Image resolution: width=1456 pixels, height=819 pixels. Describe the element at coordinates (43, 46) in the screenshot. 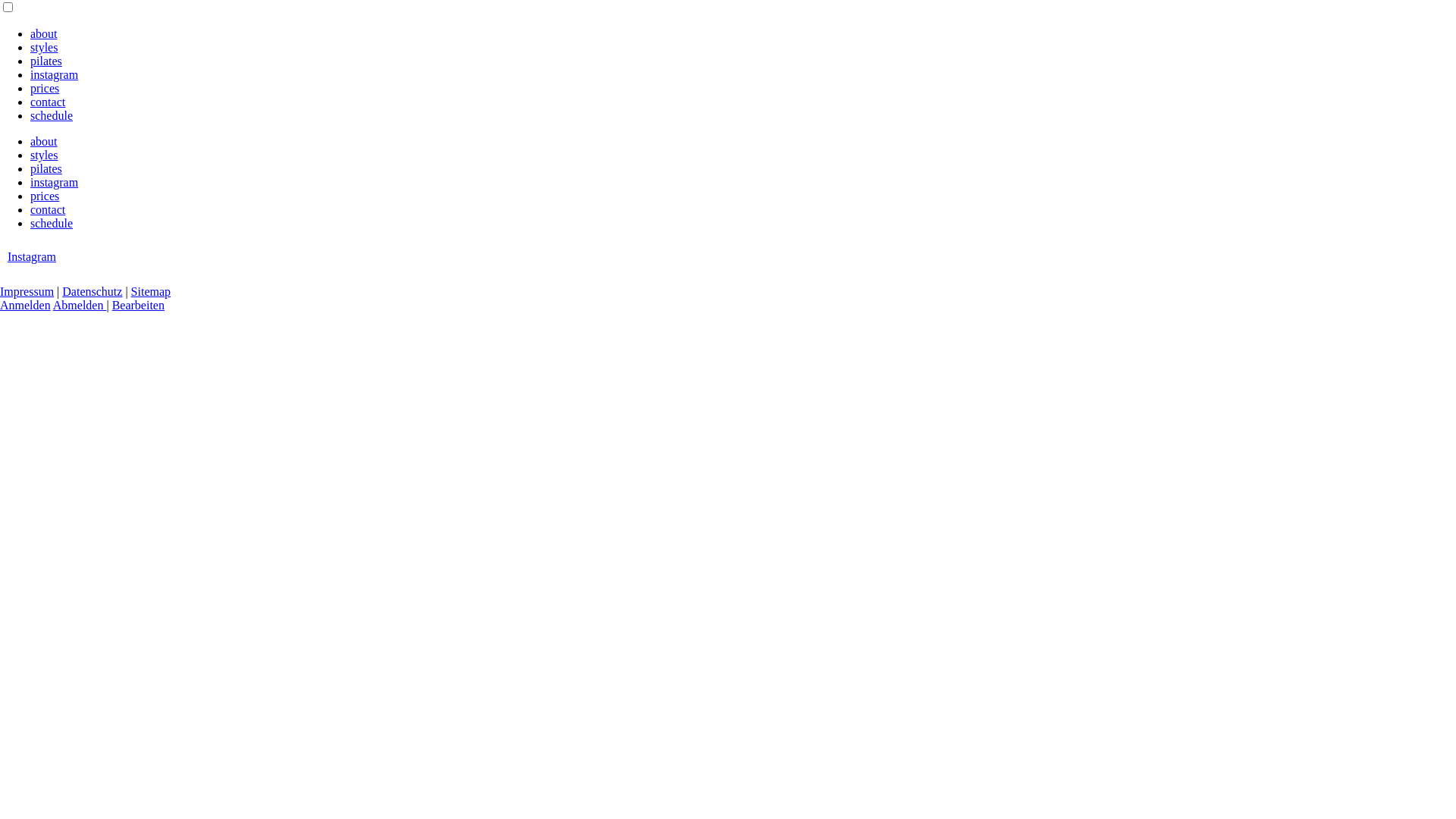

I see `'styles'` at that location.